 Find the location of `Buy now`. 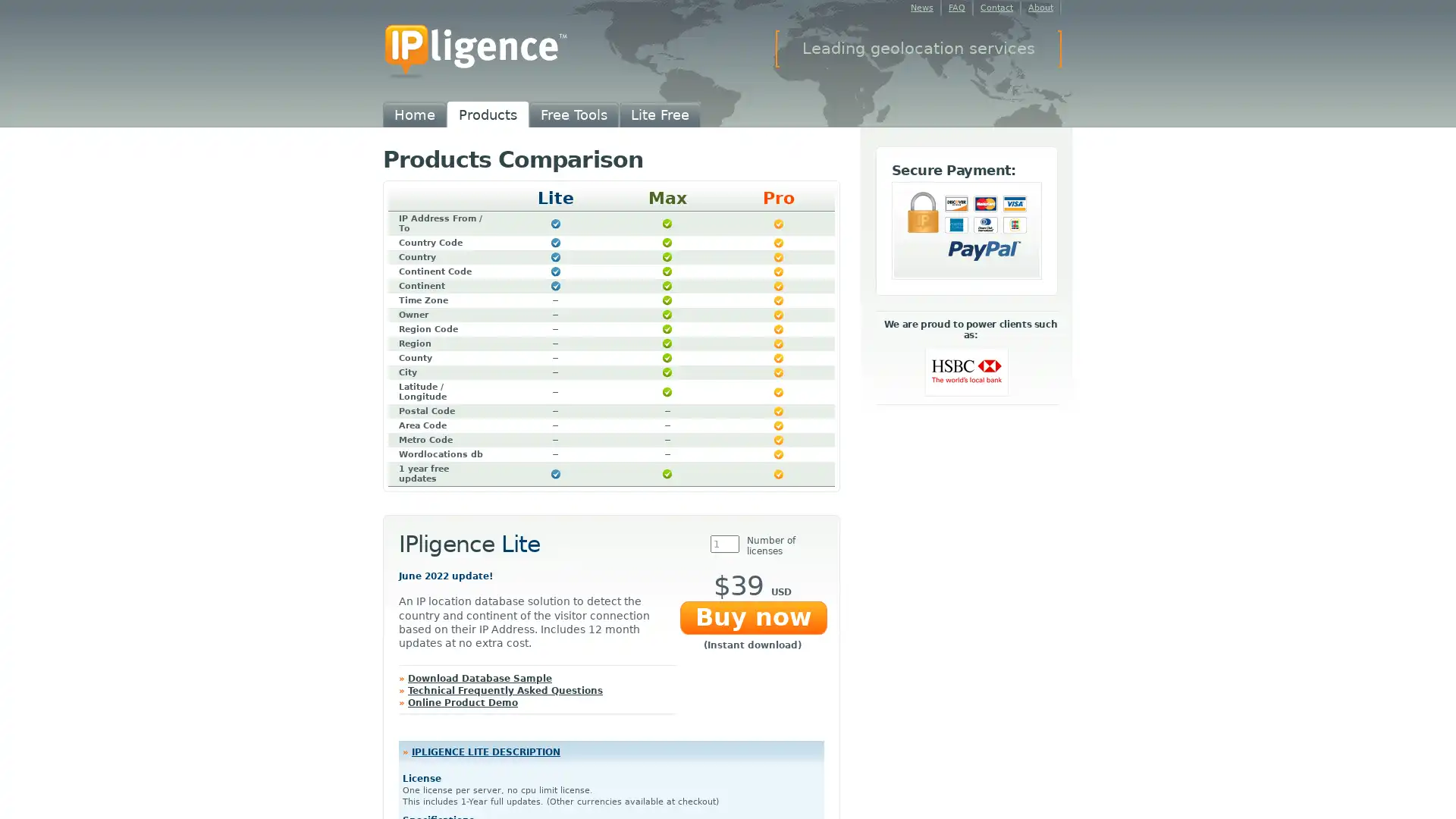

Buy now is located at coordinates (753, 618).